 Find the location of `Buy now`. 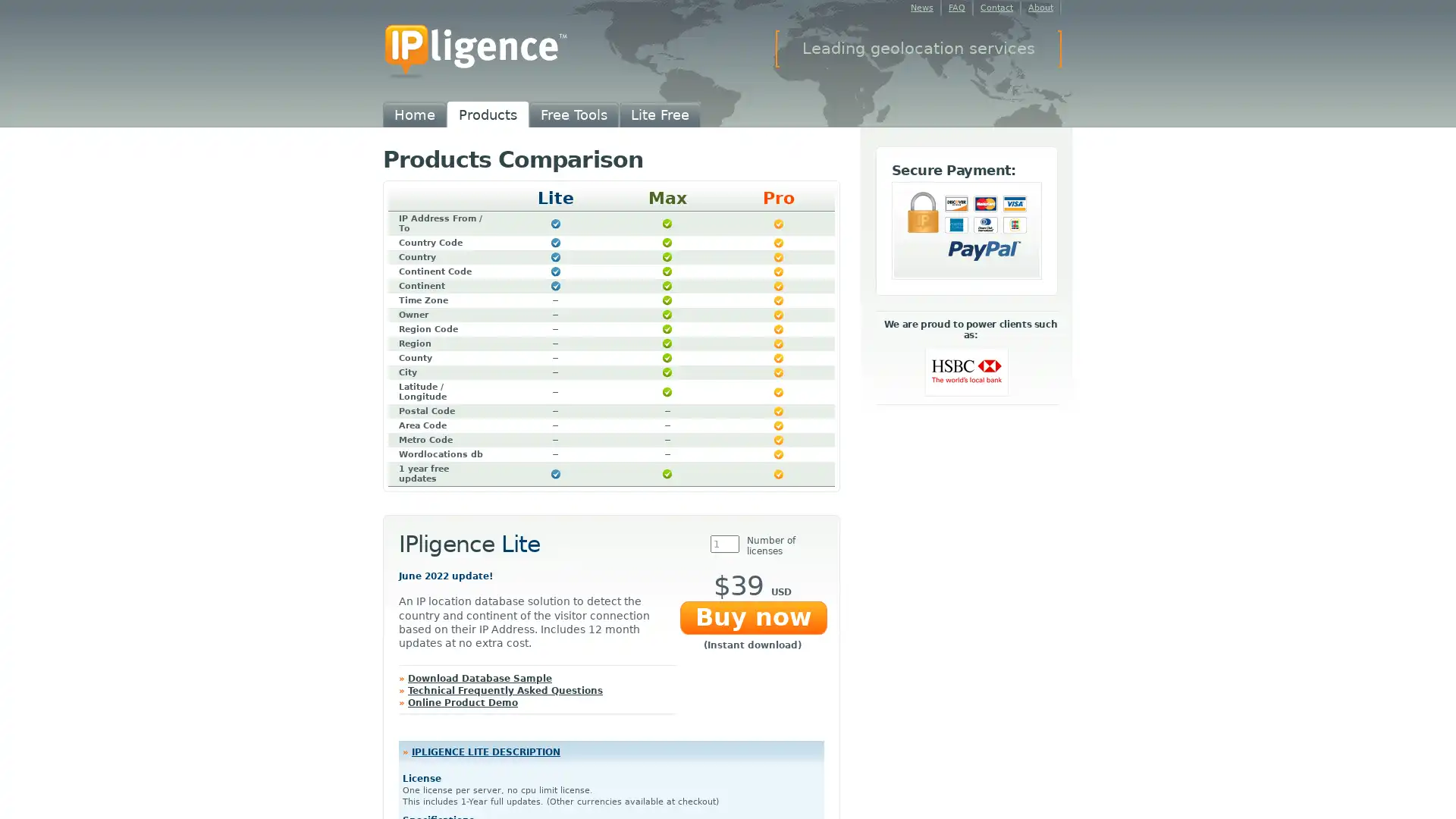

Buy now is located at coordinates (753, 618).